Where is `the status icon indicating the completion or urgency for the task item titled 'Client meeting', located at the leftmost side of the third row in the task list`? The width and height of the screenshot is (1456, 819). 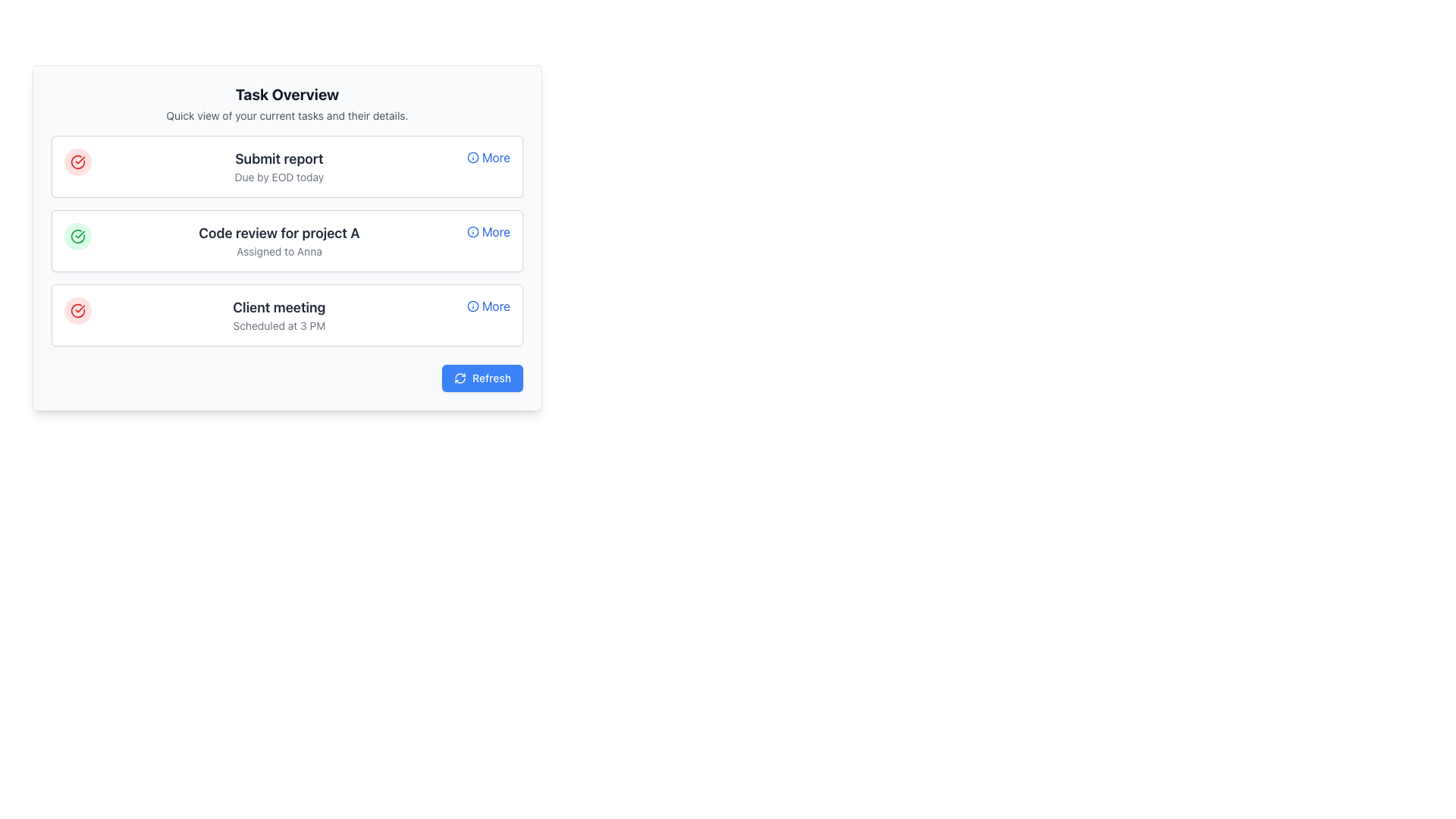 the status icon indicating the completion or urgency for the task item titled 'Client meeting', located at the leftmost side of the third row in the task list is located at coordinates (77, 309).